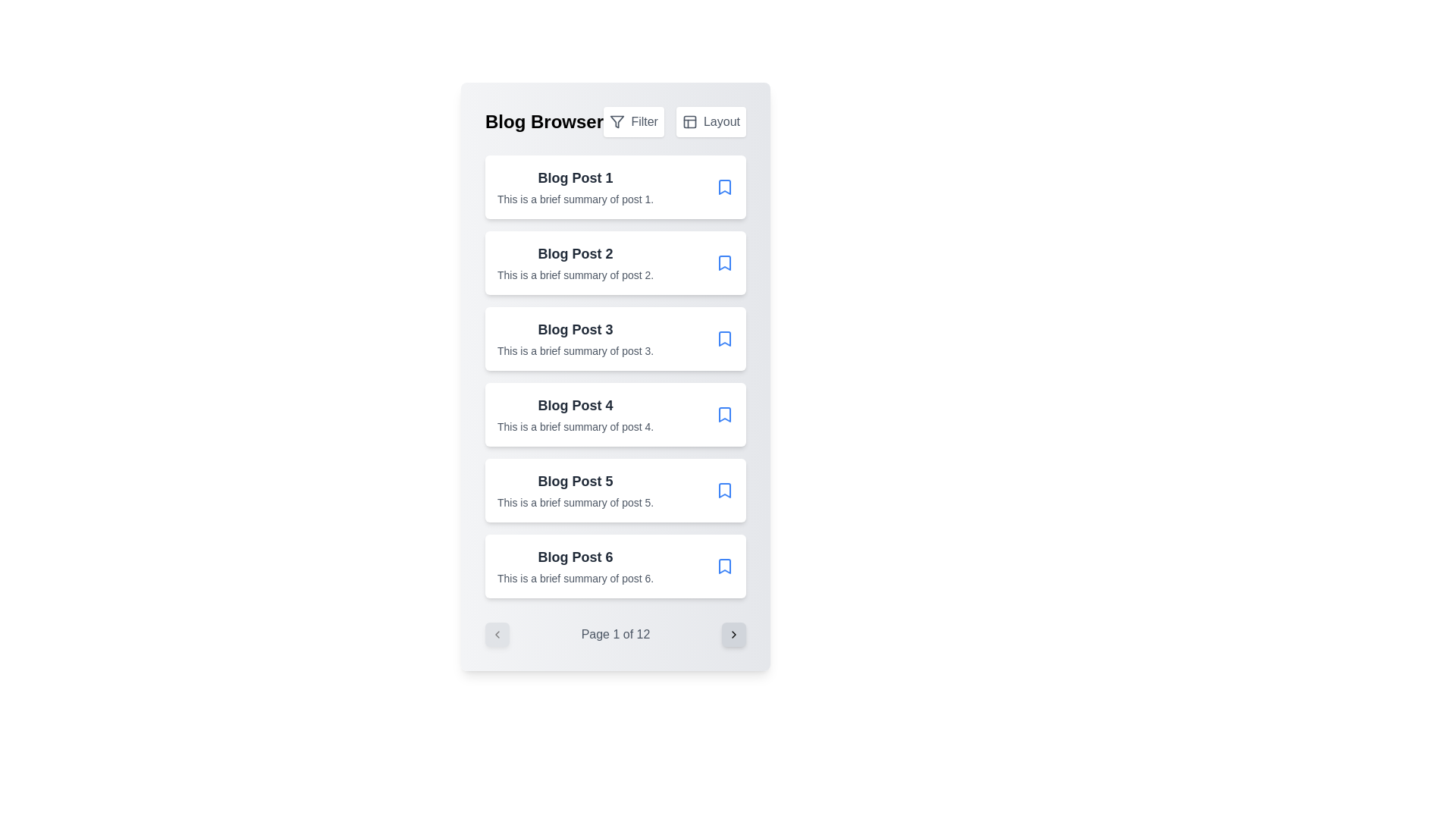  I want to click on the text element containing 'This is a brief summary of post 4.' which is styled in smaller gray text located below the title 'Blog Post 4', so click(575, 427).